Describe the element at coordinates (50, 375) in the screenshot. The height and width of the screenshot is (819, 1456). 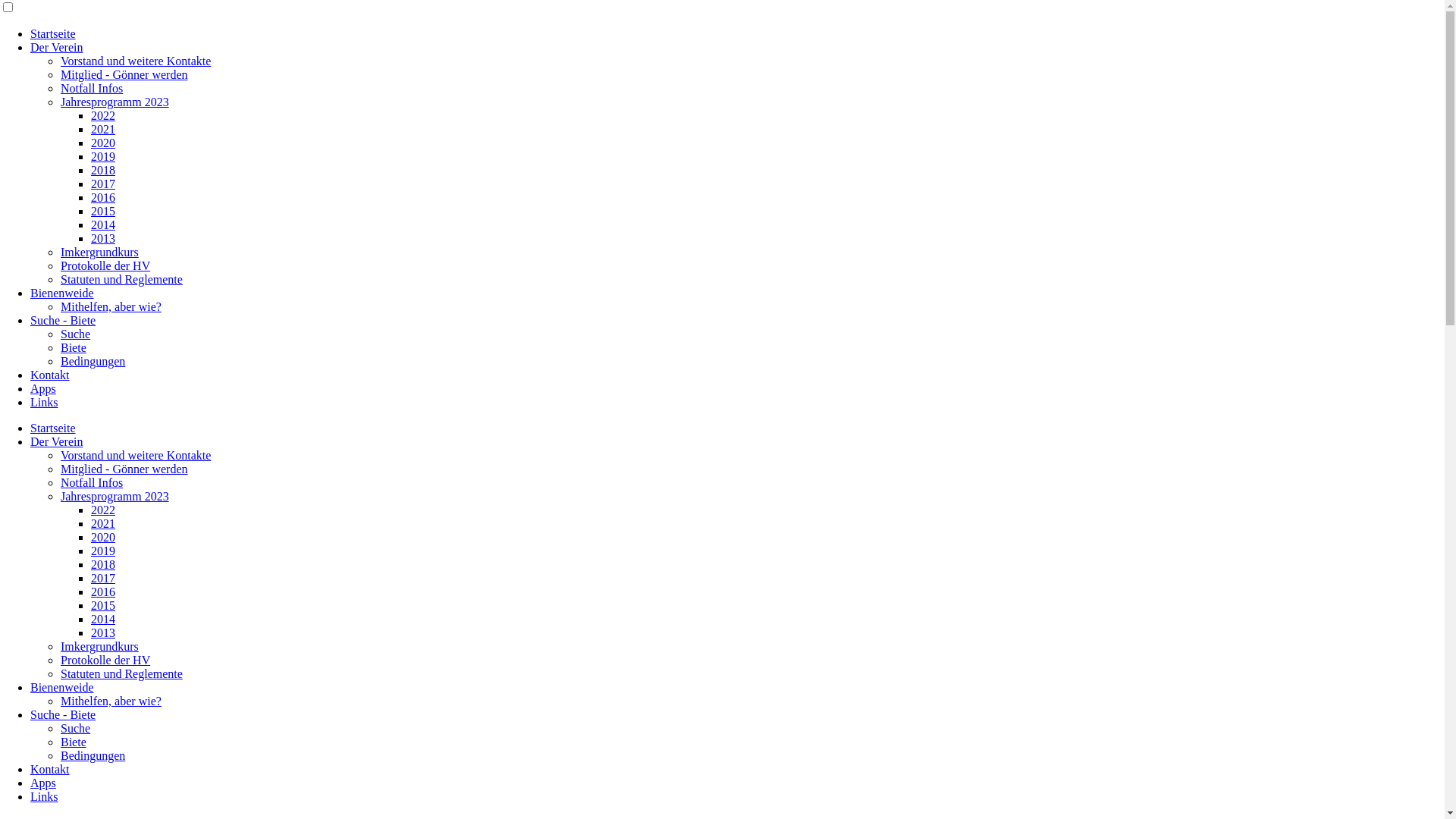
I see `'Kontakt'` at that location.